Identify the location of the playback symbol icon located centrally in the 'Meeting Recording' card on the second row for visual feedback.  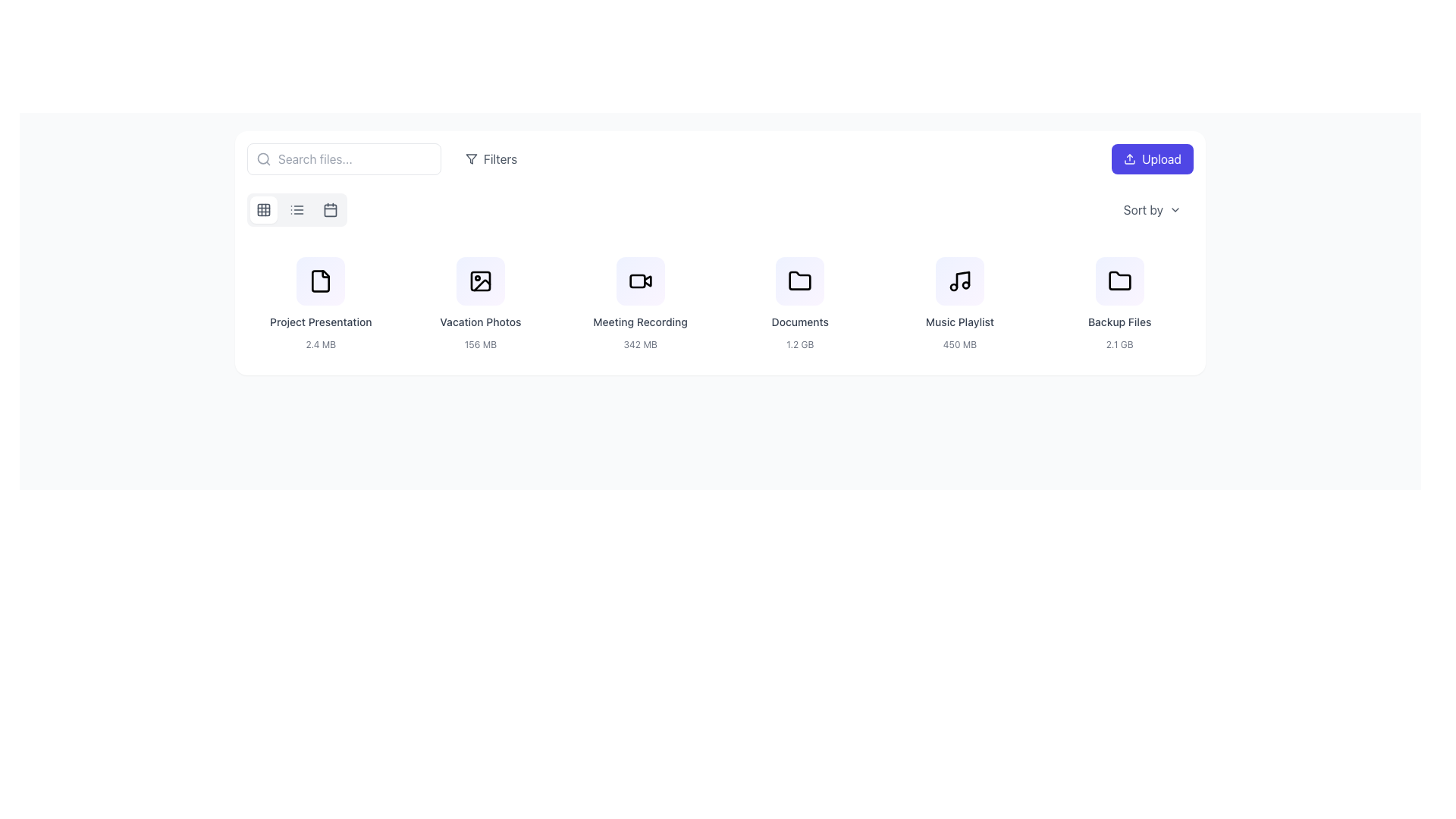
(648, 281).